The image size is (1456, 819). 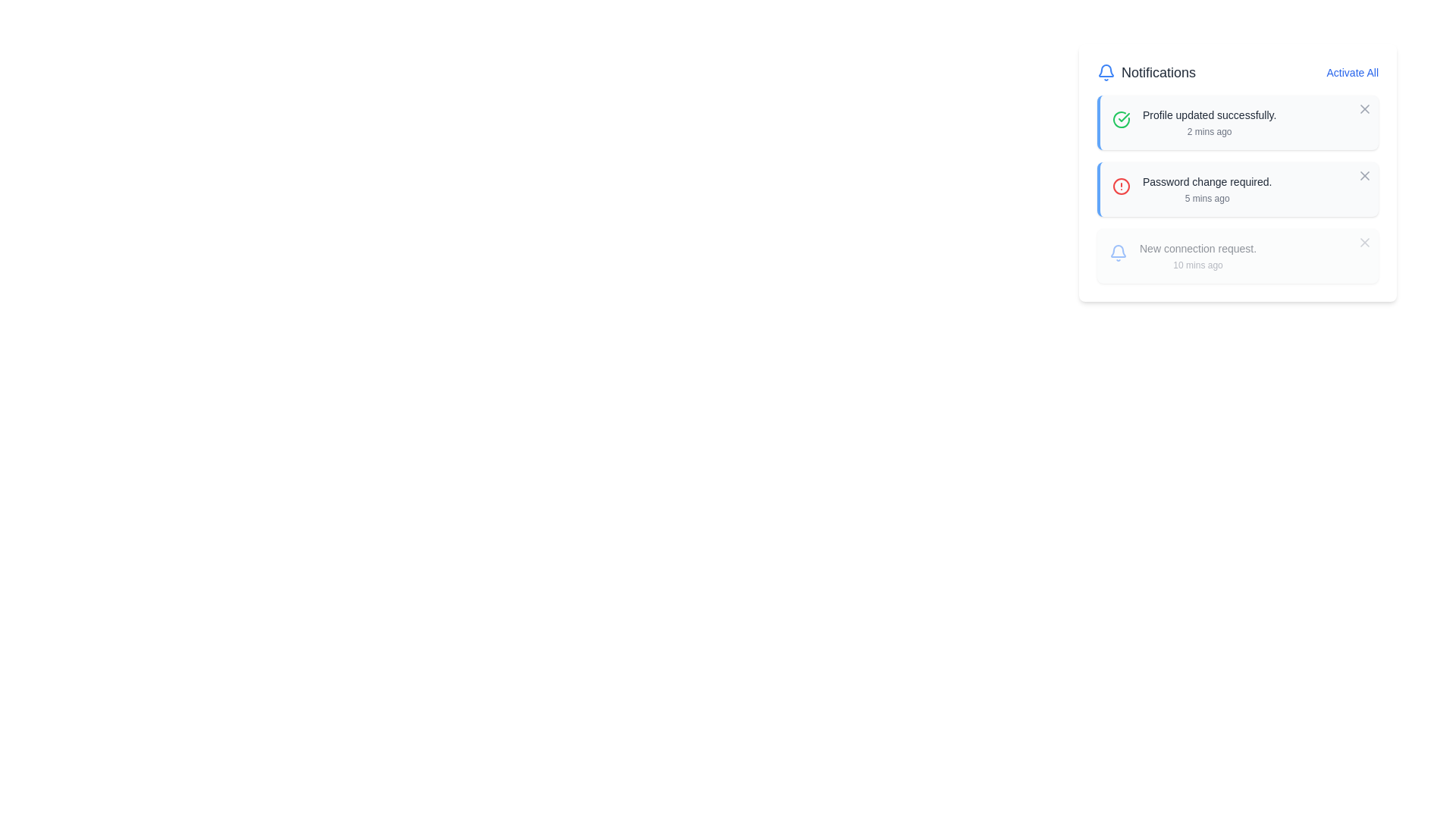 What do you see at coordinates (1121, 124) in the screenshot?
I see `the circular success icon with a green border and checkmark located to the left of the text 'Profile updated successfully.' in the first notification card` at bounding box center [1121, 124].